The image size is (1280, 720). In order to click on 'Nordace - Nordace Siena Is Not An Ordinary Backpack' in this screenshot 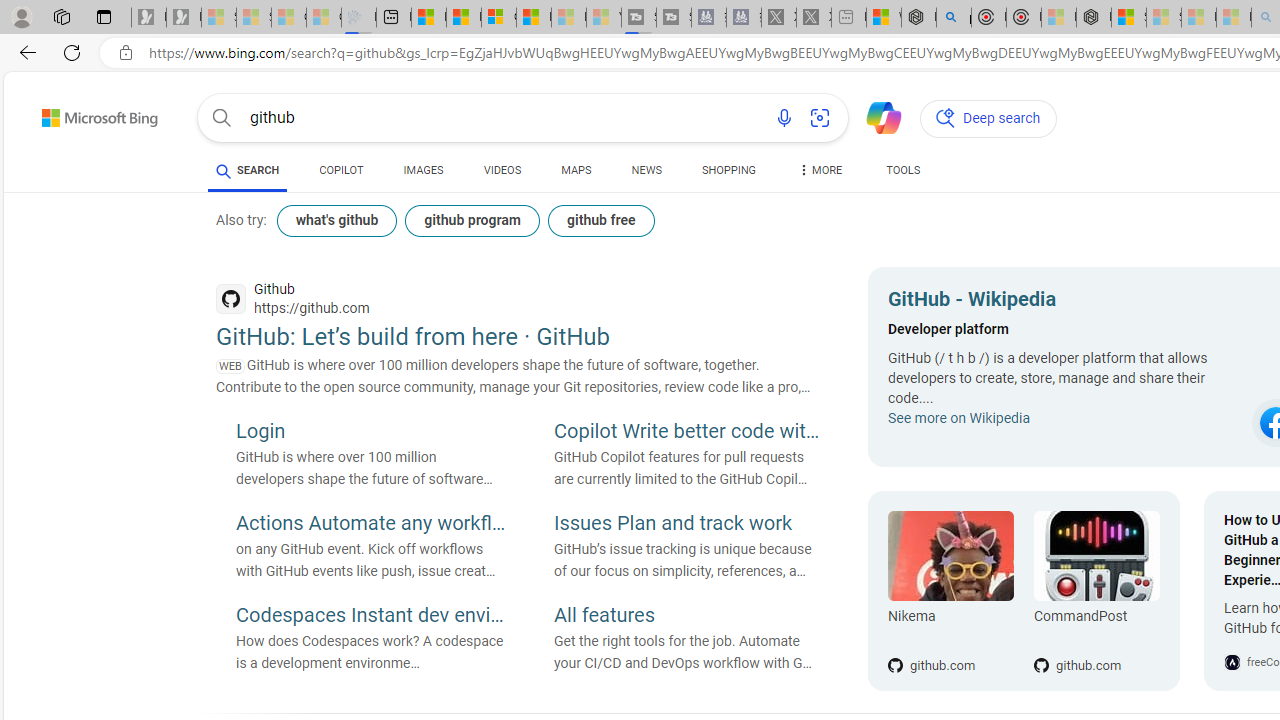, I will do `click(1092, 17)`.